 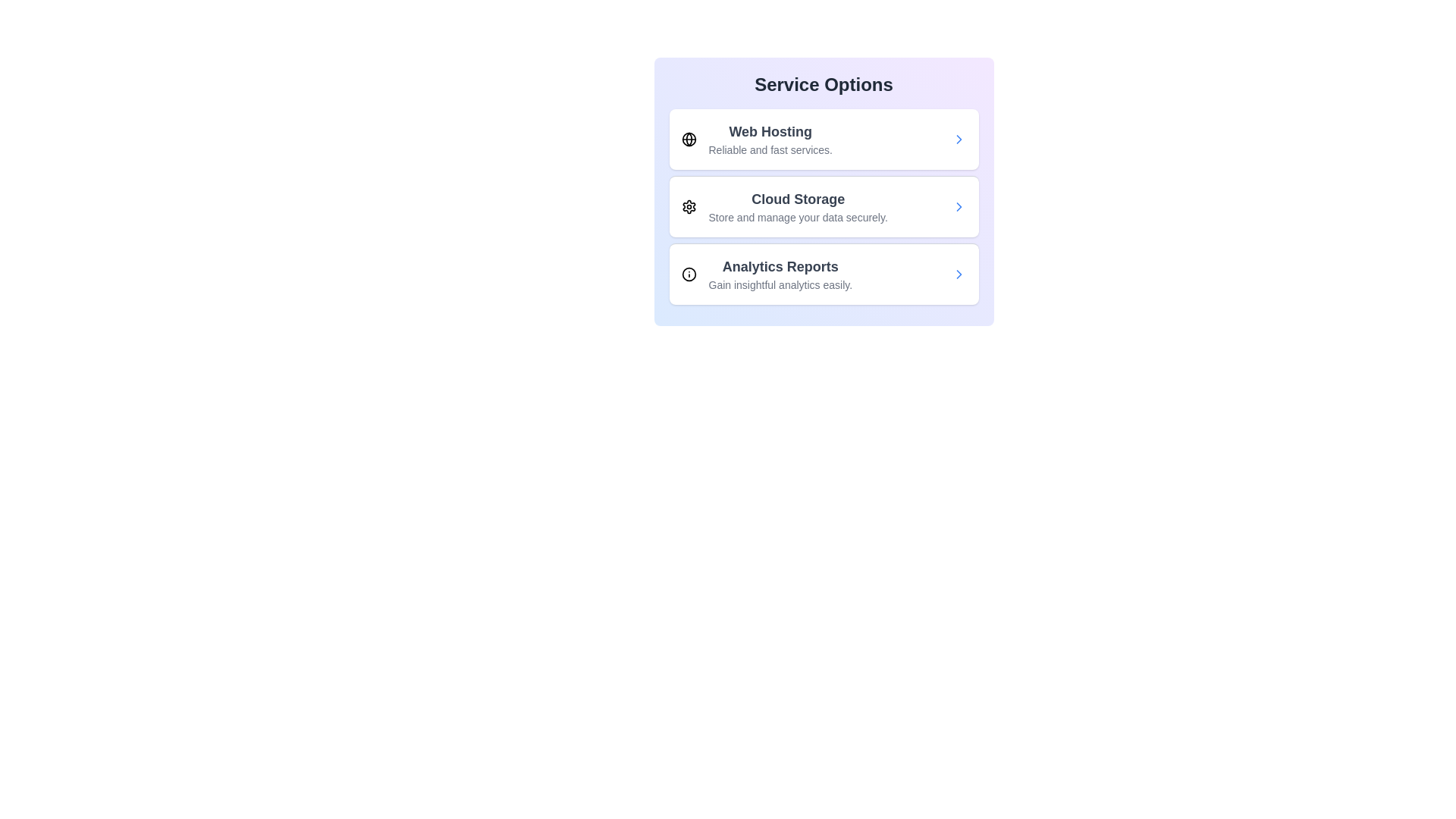 What do you see at coordinates (823, 140) in the screenshot?
I see `the service item labeled 'Web Hosting' to trigger its hover effect` at bounding box center [823, 140].